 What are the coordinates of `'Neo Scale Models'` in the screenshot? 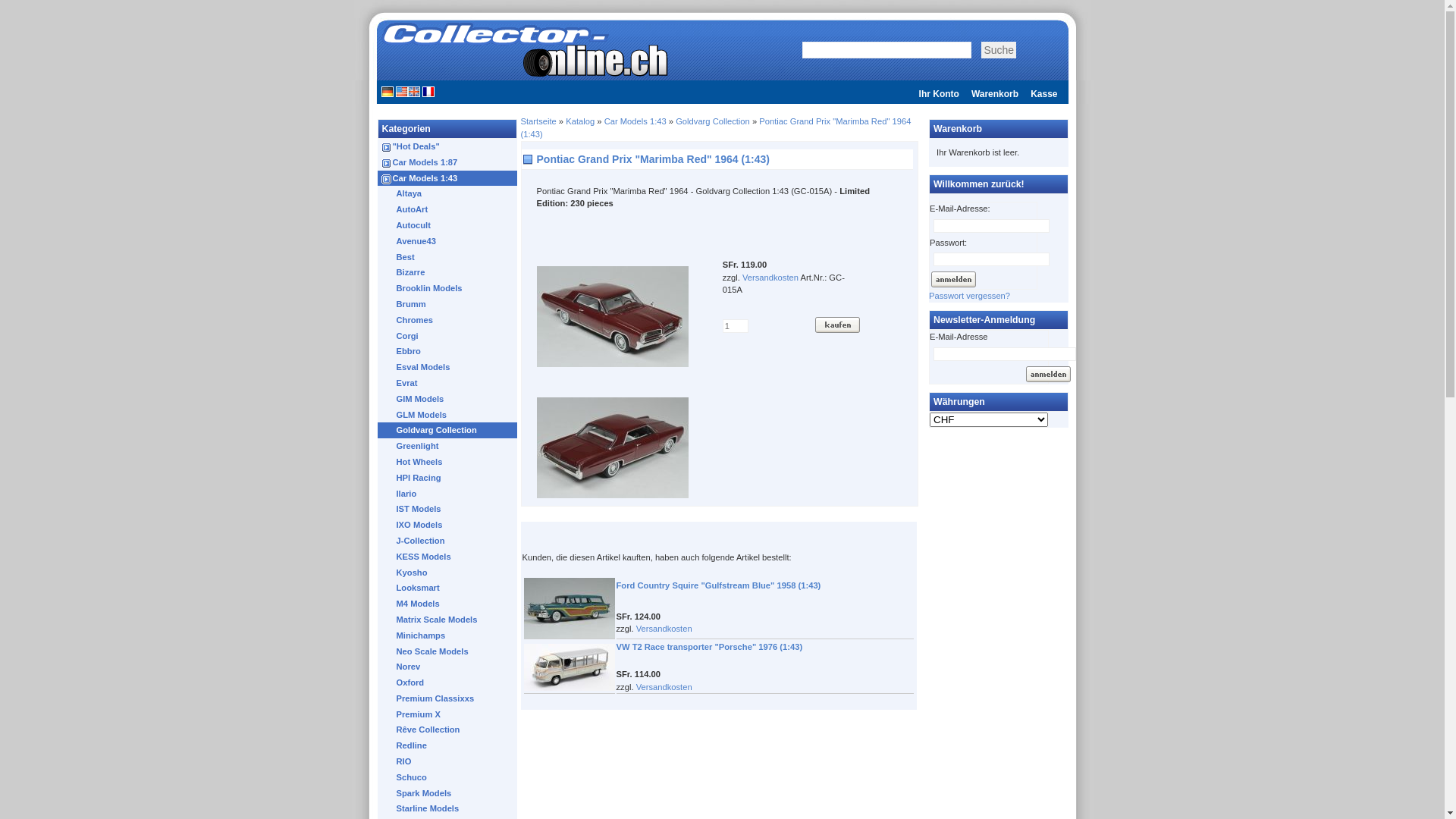 It's located at (449, 650).